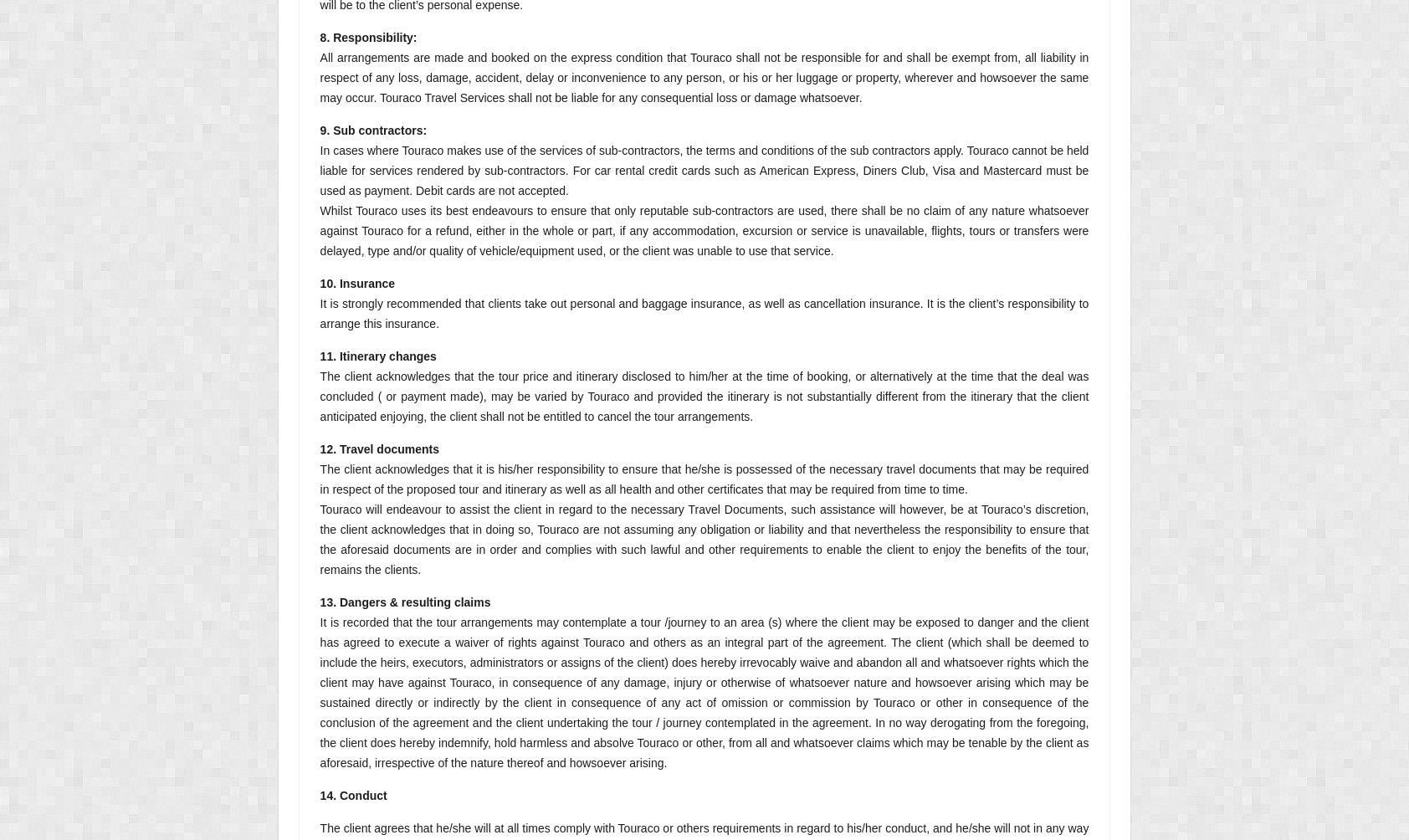 The width and height of the screenshot is (1409, 840). I want to click on 'In cases where Touraco makes use of the services of sub-contractors, the terms and conditions of the sub contractors apply. Touraco cannot be held liable for services rendered by sub-contractors. For car rental credit cards such as American Express, Diners Club, Visa and Mastercard must be used as payment. Debit cards are not accepted.', so click(704, 170).